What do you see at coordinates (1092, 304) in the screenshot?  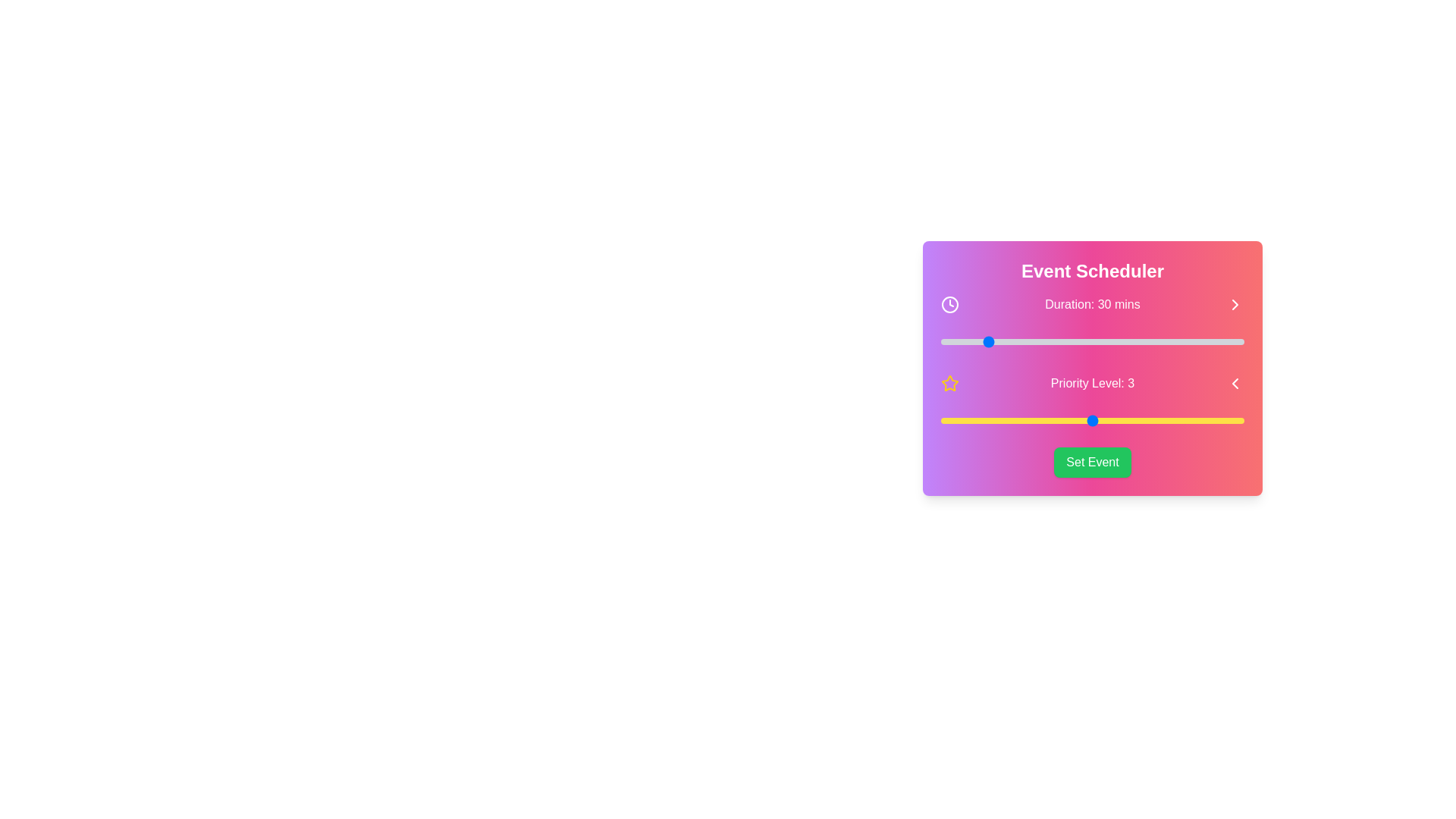 I see `the text label 'Duration: 30 mins' which is located inside a decorative rectangular area in the 'Event Scheduler' panel, accompanied by a clock icon on the left and an arrow symbol on the right` at bounding box center [1092, 304].